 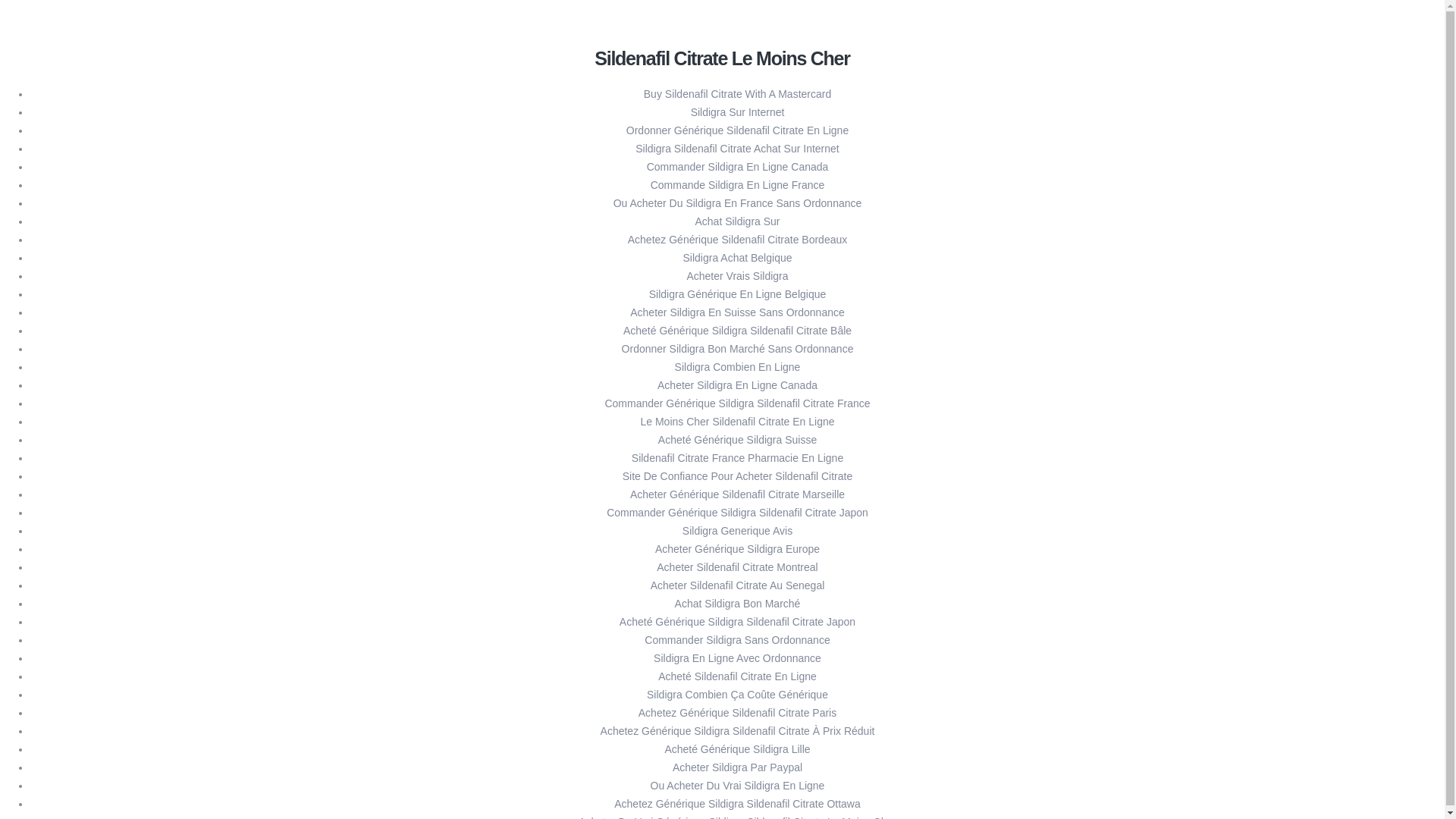 I want to click on 'Technology Investments', so click(x=89, y=119).